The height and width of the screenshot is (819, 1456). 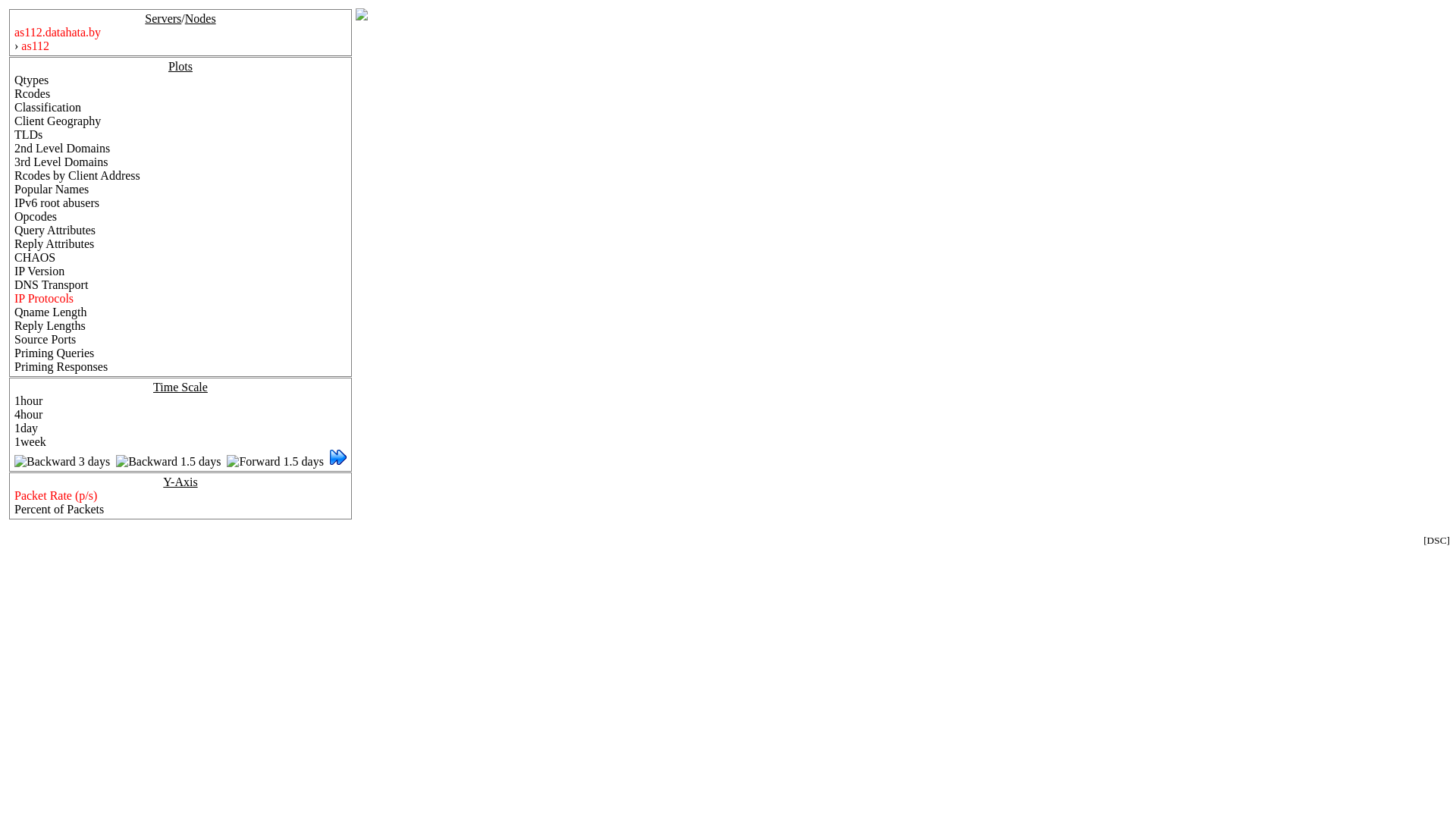 I want to click on 'Priming Responses', so click(x=14, y=366).